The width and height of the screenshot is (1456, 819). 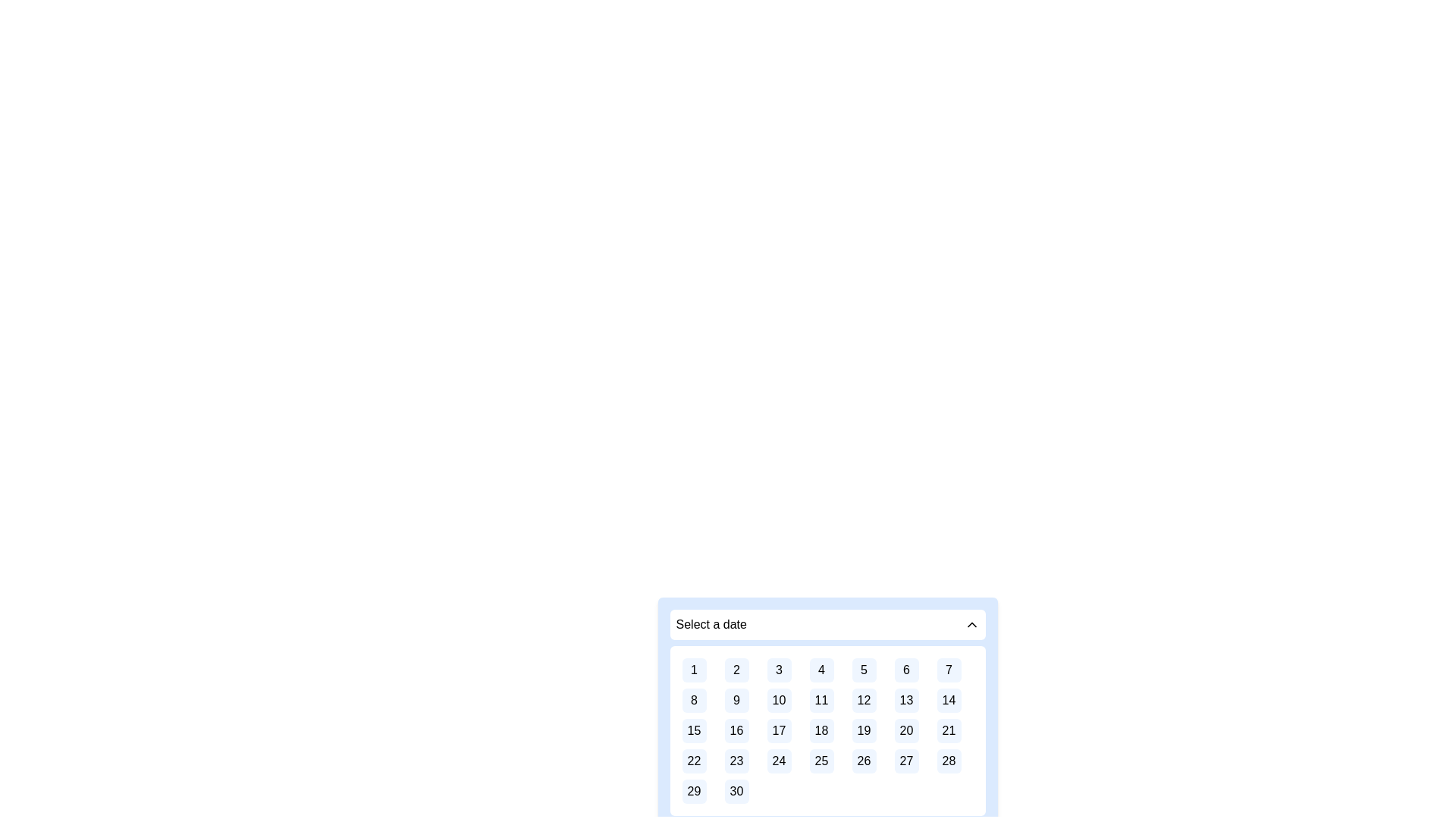 I want to click on the button representing the 18th day of the month in the calendar interface, so click(x=821, y=730).